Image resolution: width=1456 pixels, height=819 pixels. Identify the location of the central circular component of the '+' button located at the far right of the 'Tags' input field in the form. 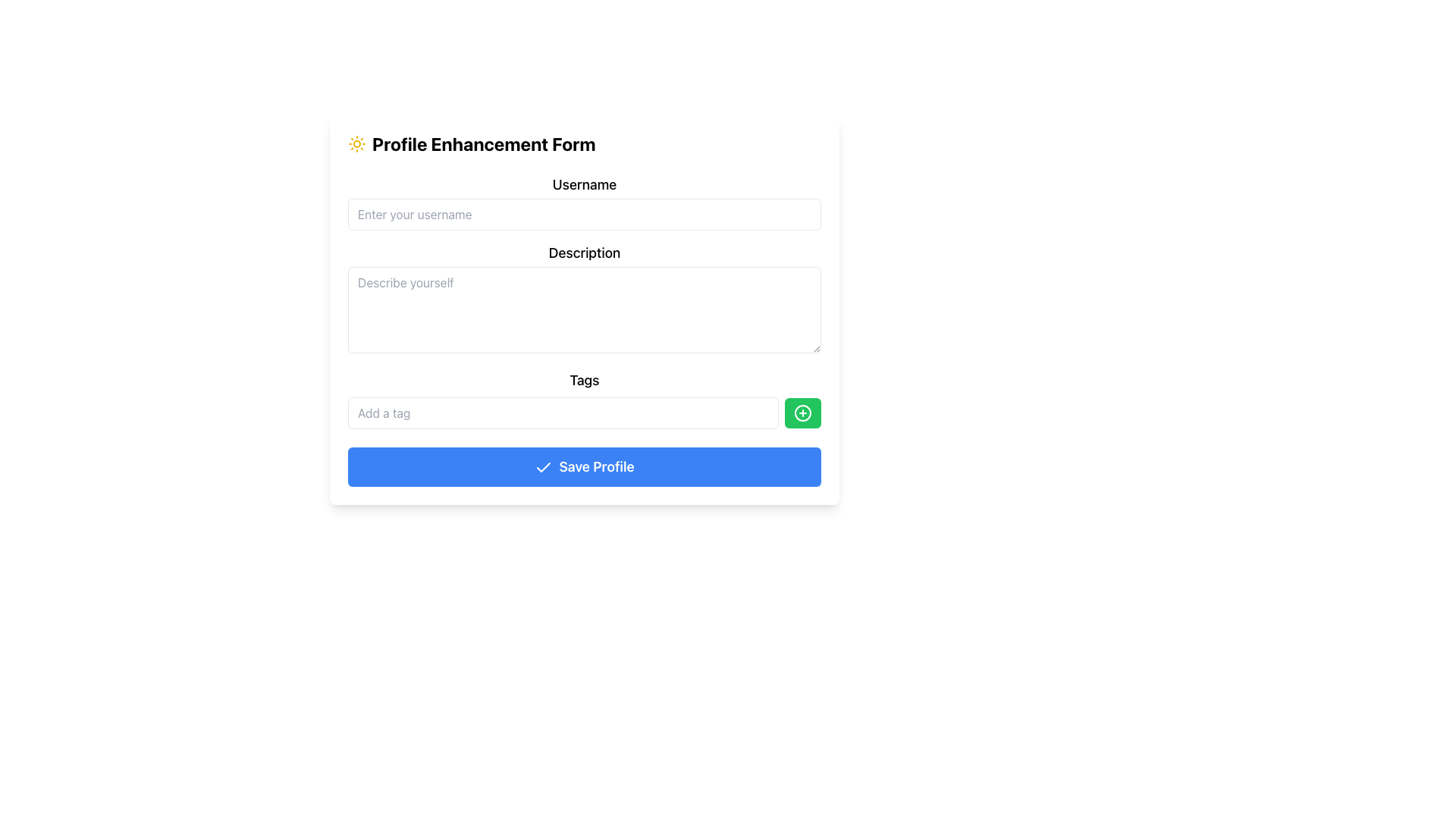
(802, 413).